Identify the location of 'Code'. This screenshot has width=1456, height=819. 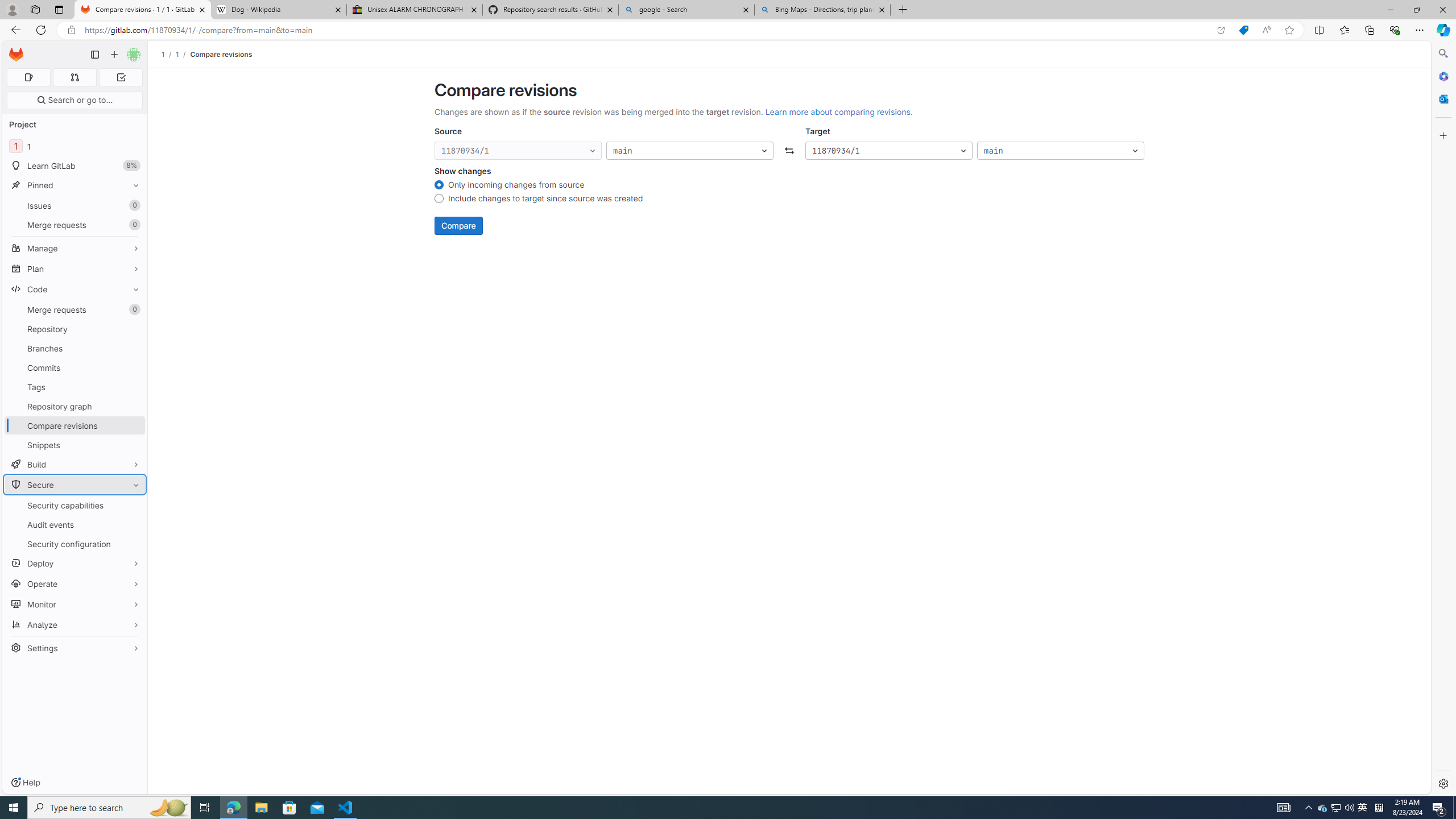
(74, 289).